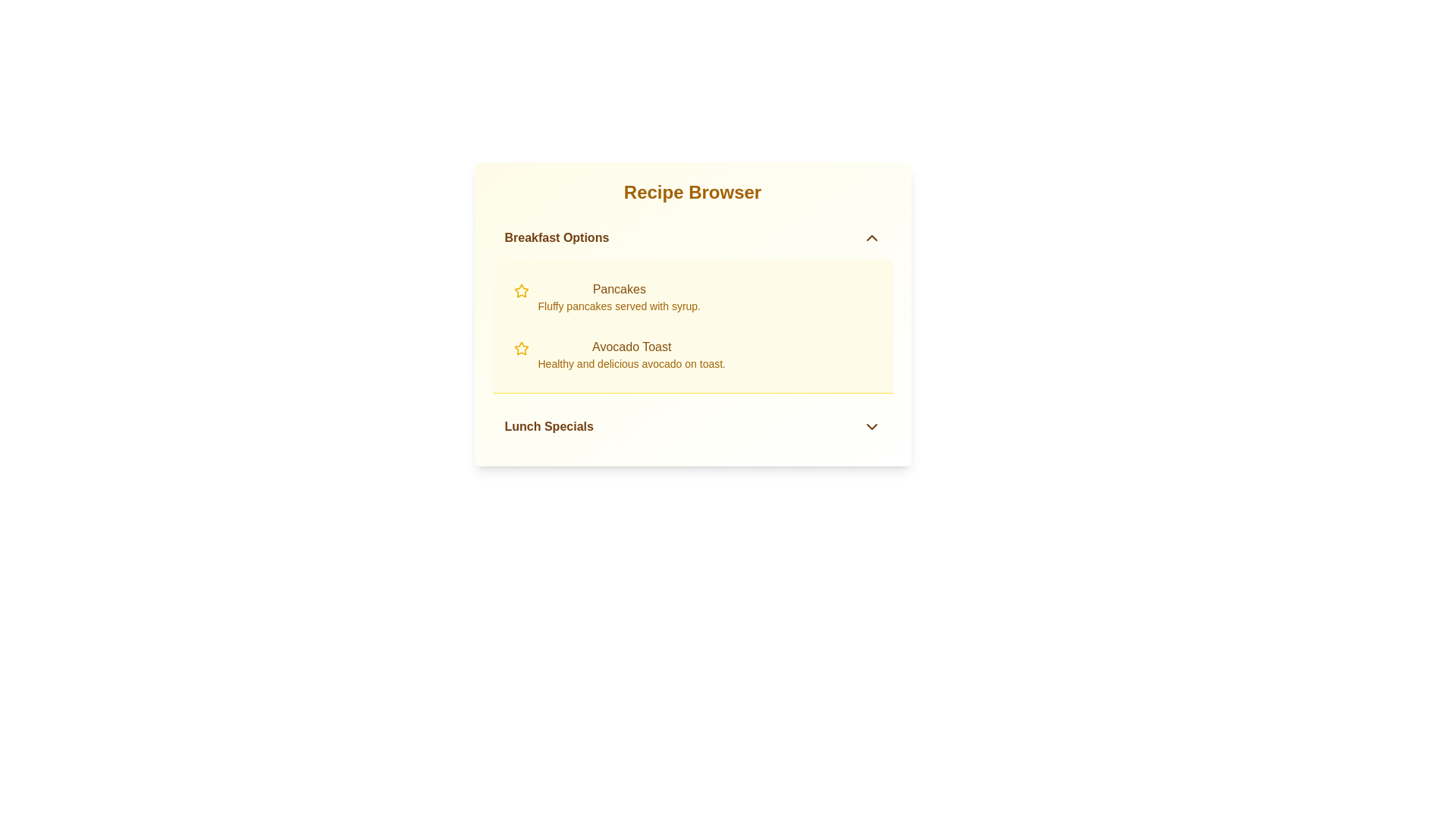 Image resolution: width=1456 pixels, height=819 pixels. Describe the element at coordinates (692, 393) in the screenshot. I see `the visual element separator_breakfast_lunch for inspection` at that location.